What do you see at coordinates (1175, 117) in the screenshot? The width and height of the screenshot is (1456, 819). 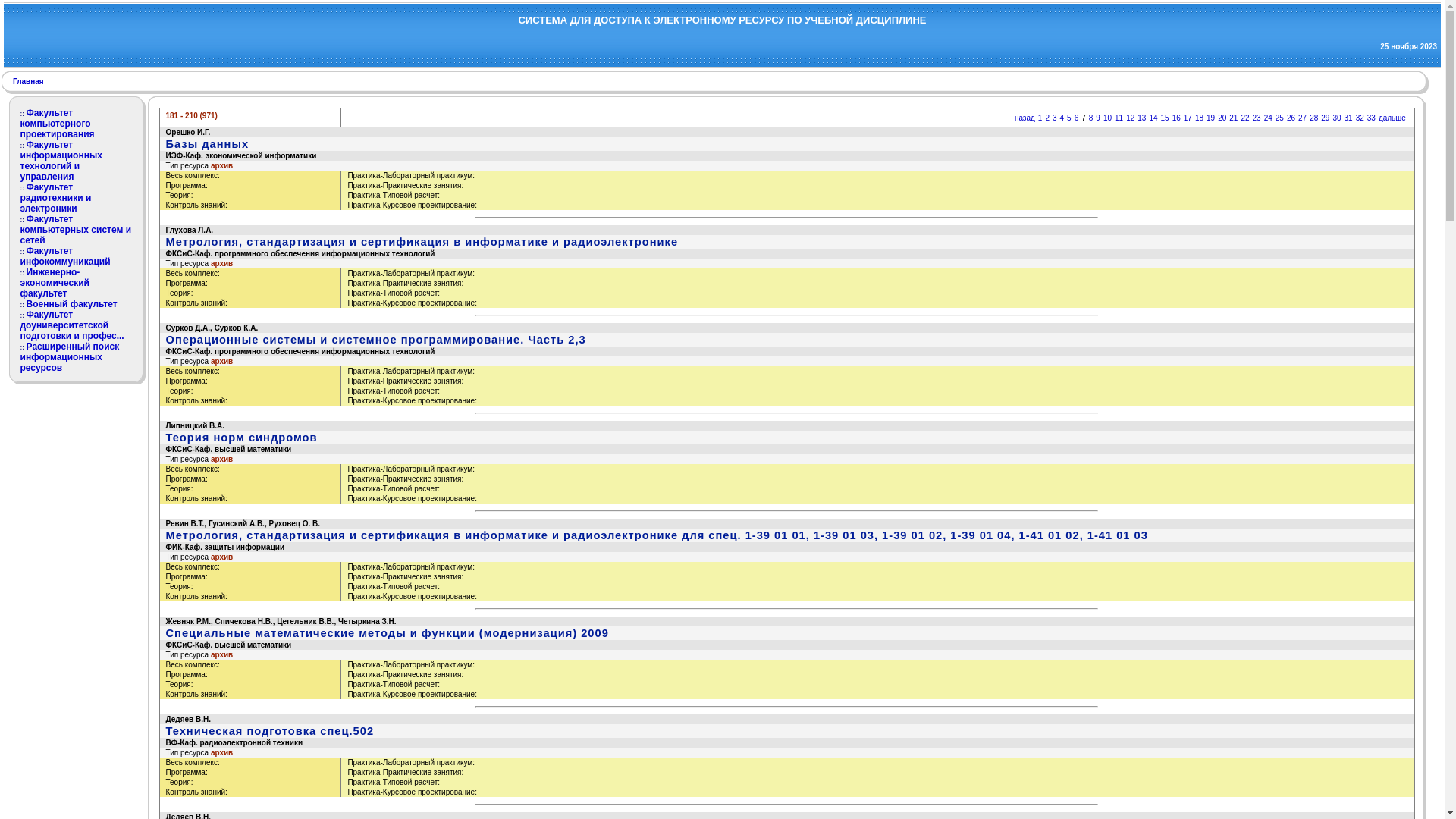 I see `'16'` at bounding box center [1175, 117].